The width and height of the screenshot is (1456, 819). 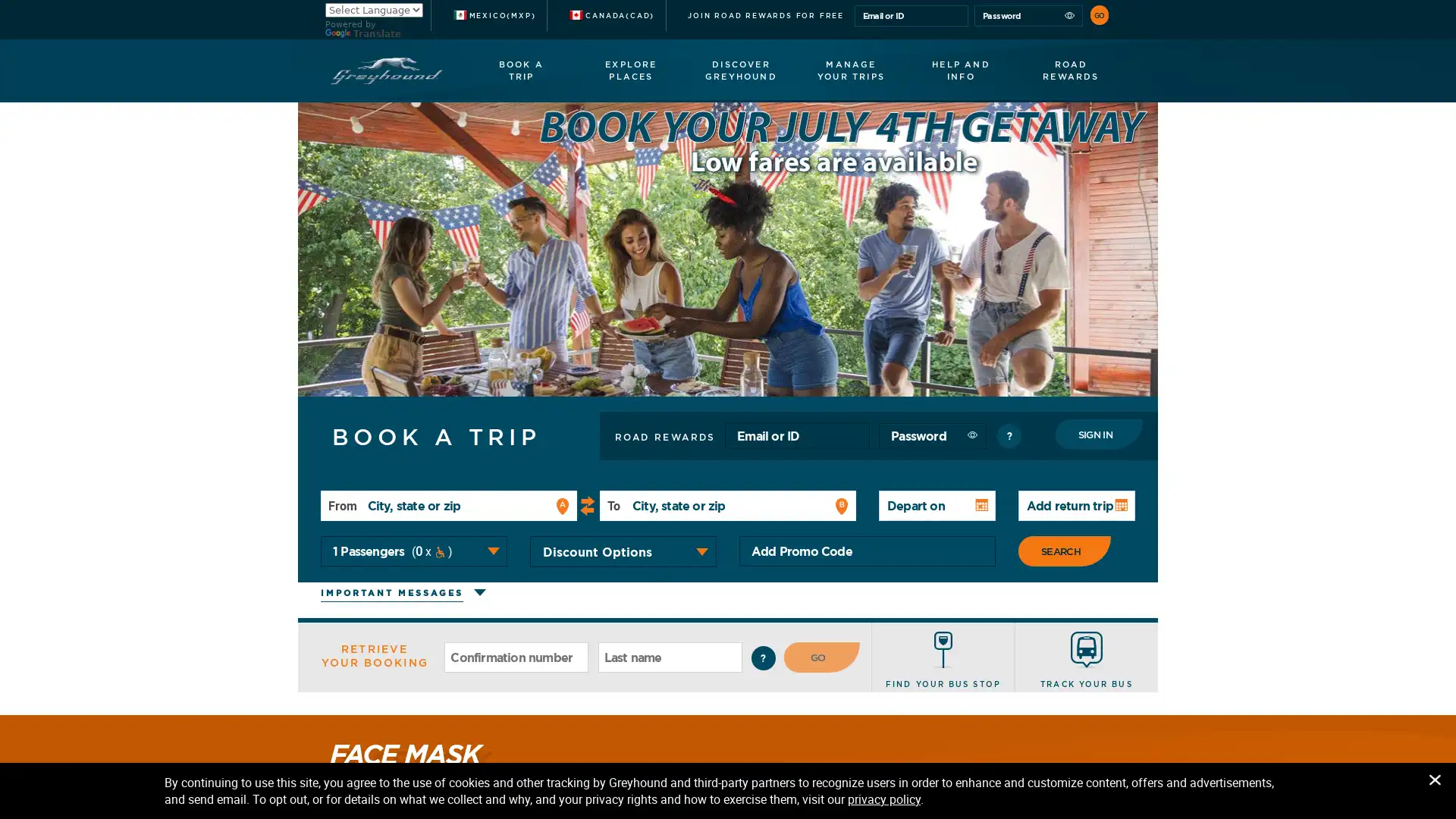 What do you see at coordinates (1099, 435) in the screenshot?
I see `Sign In` at bounding box center [1099, 435].